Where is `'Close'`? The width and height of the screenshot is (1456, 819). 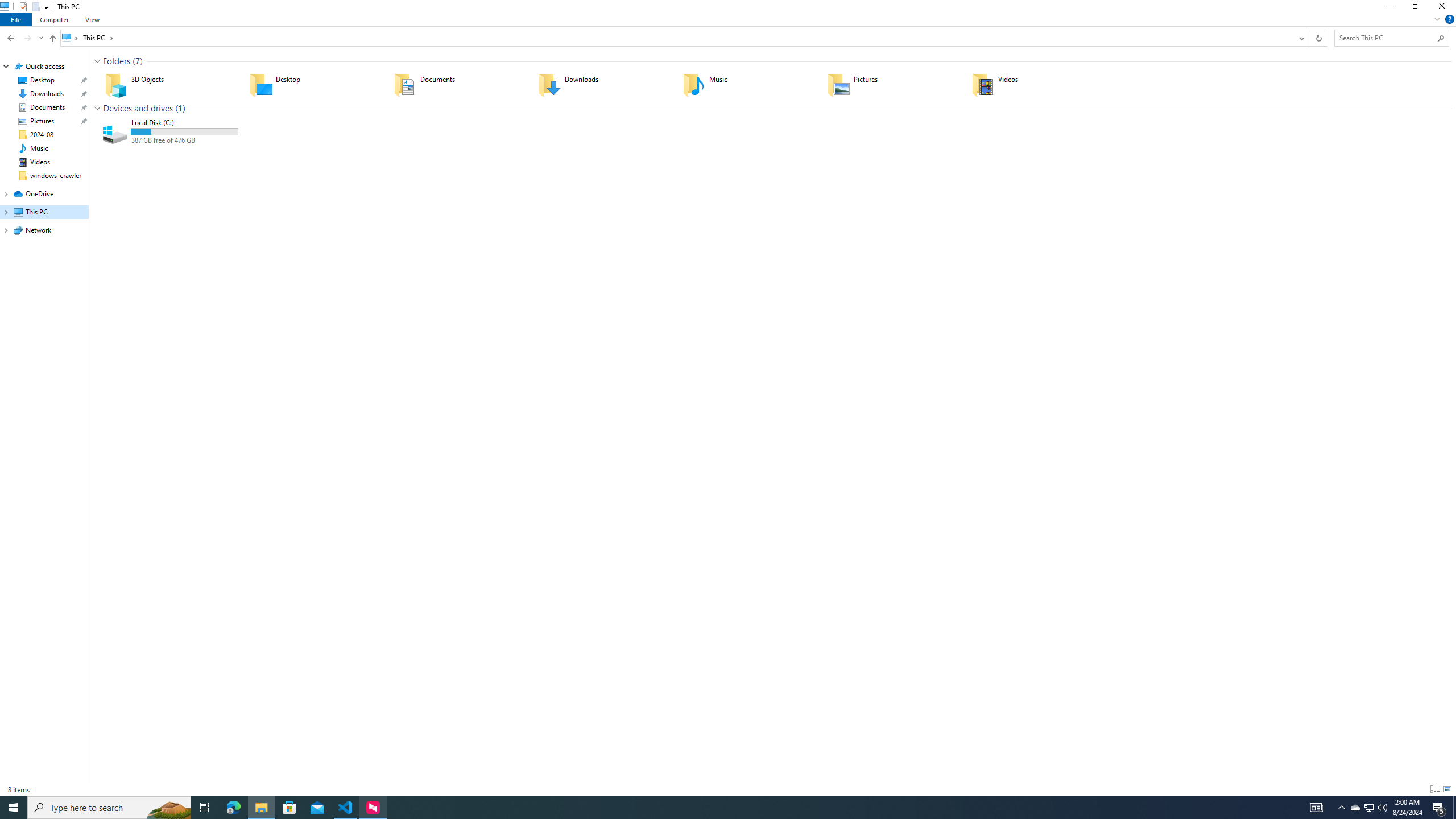 'Close' is located at coordinates (1444, 9).